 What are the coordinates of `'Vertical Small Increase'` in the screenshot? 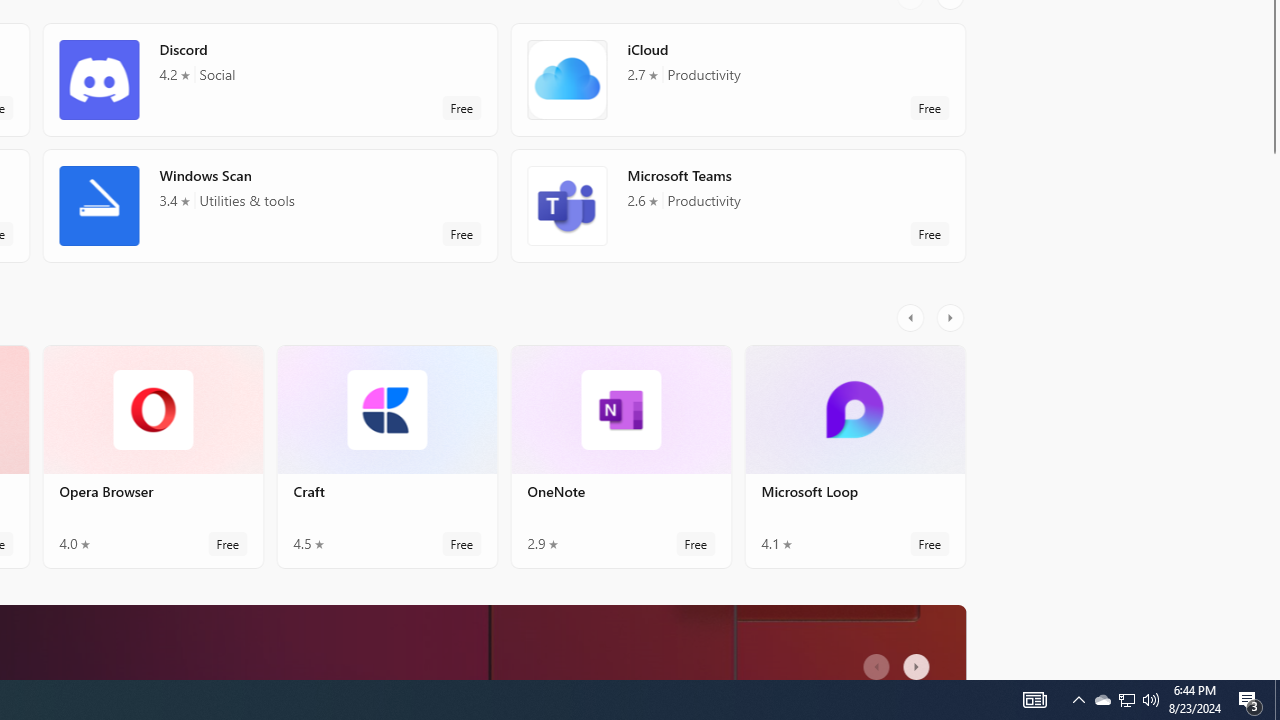 It's located at (1271, 672).